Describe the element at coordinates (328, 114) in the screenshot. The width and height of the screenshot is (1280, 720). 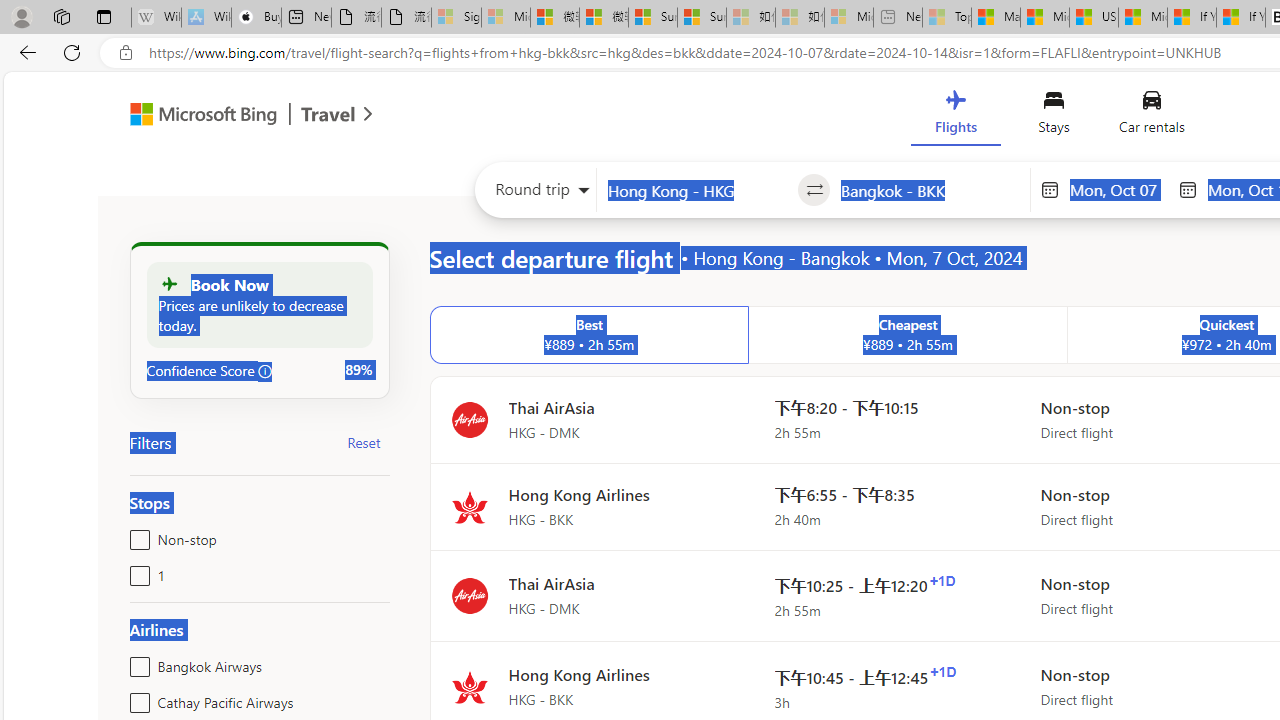
I see `'Class: msft-travel-logo'` at that location.